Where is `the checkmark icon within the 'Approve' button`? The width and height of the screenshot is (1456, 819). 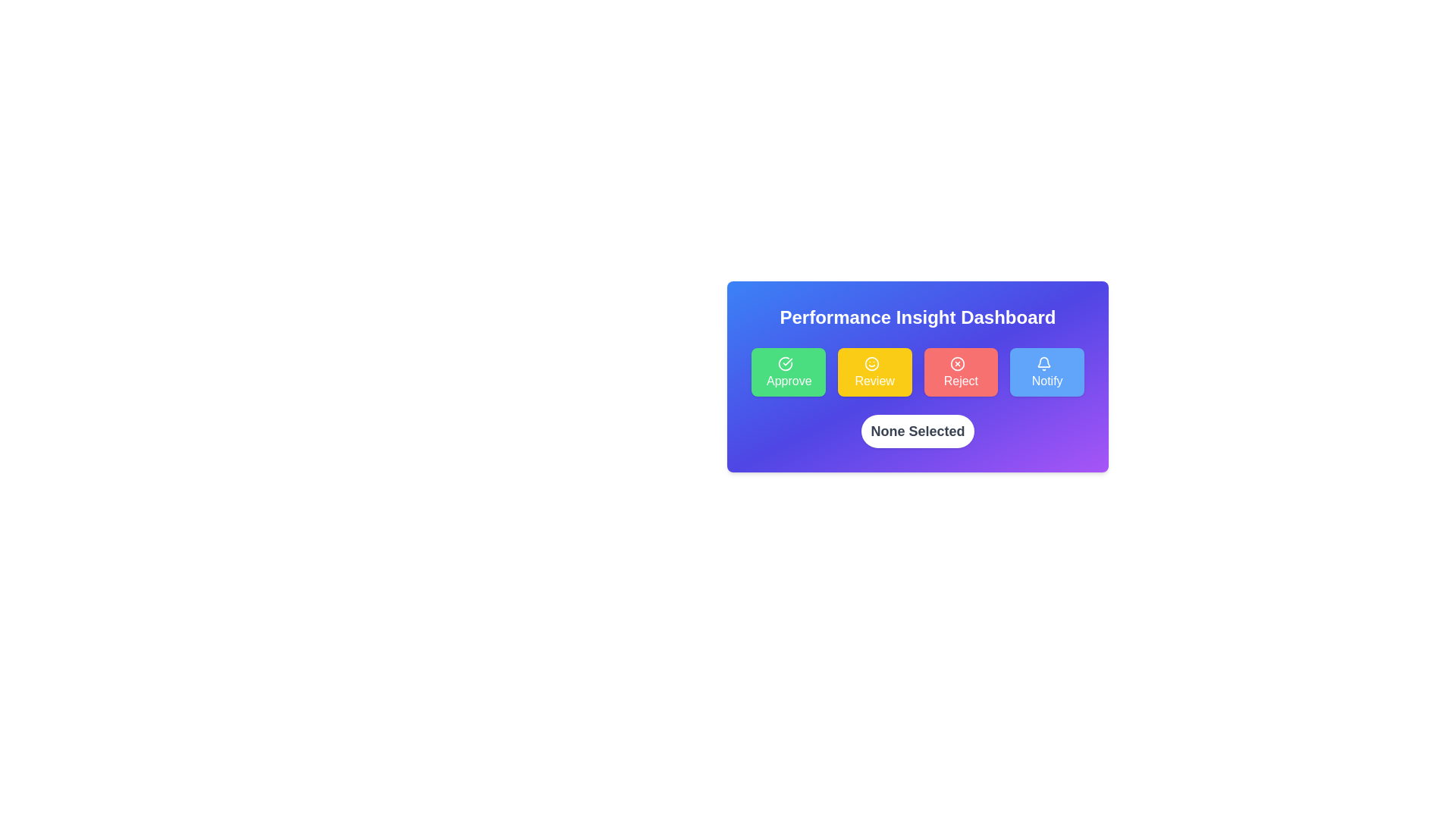 the checkmark icon within the 'Approve' button is located at coordinates (785, 363).